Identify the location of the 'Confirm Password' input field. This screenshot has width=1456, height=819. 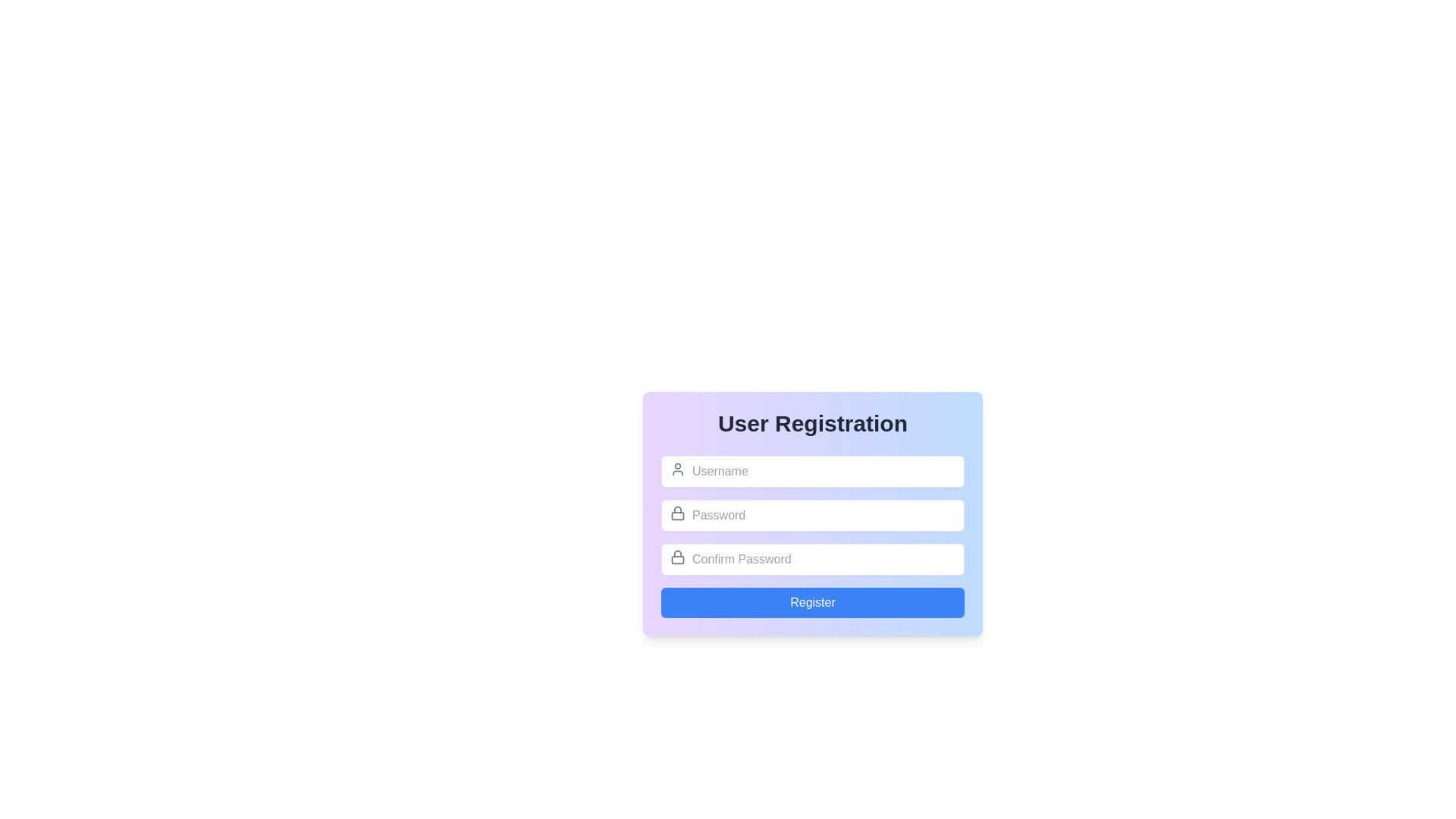
(811, 559).